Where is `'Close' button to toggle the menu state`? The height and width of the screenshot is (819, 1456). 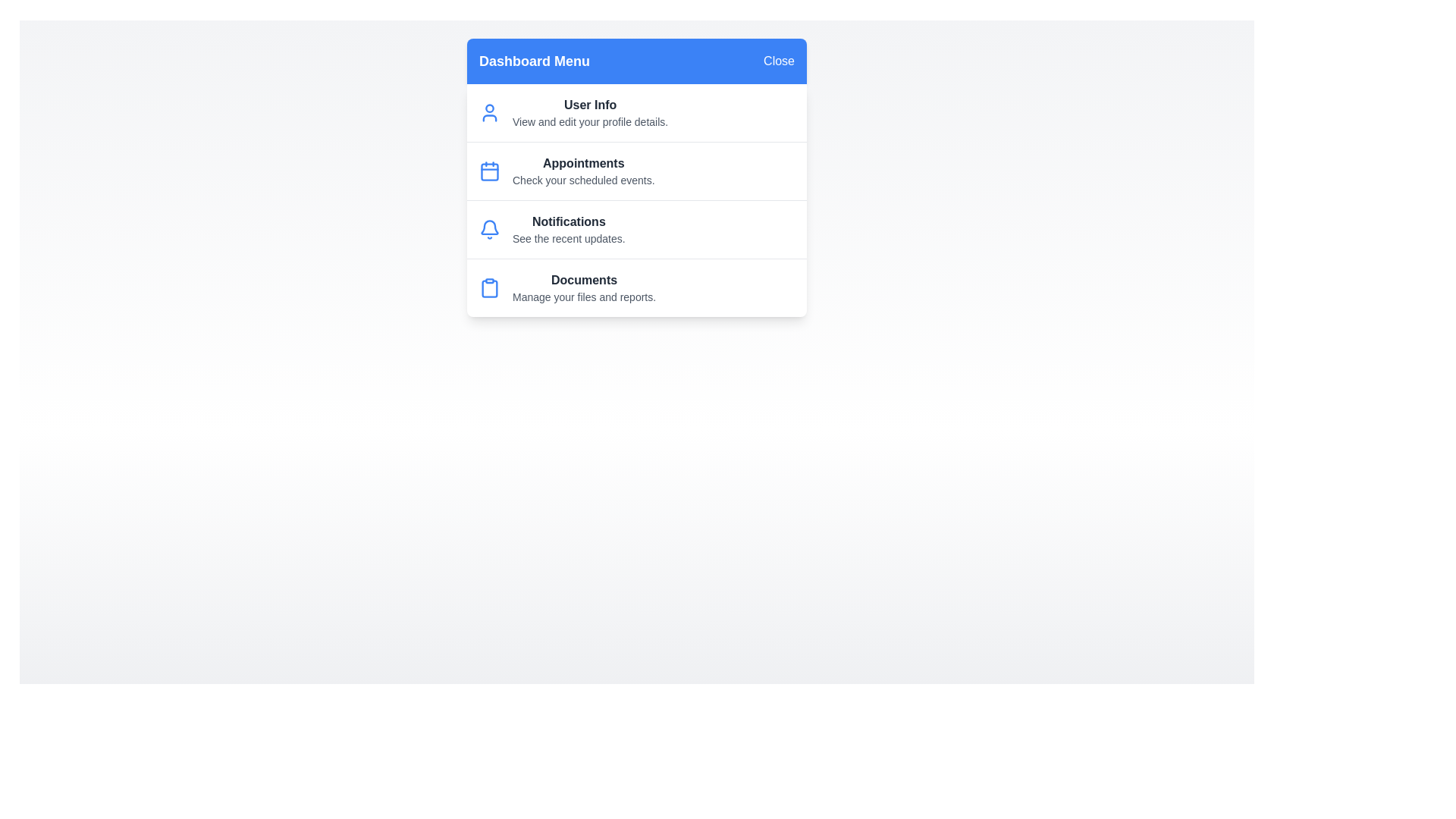 'Close' button to toggle the menu state is located at coordinates (779, 61).